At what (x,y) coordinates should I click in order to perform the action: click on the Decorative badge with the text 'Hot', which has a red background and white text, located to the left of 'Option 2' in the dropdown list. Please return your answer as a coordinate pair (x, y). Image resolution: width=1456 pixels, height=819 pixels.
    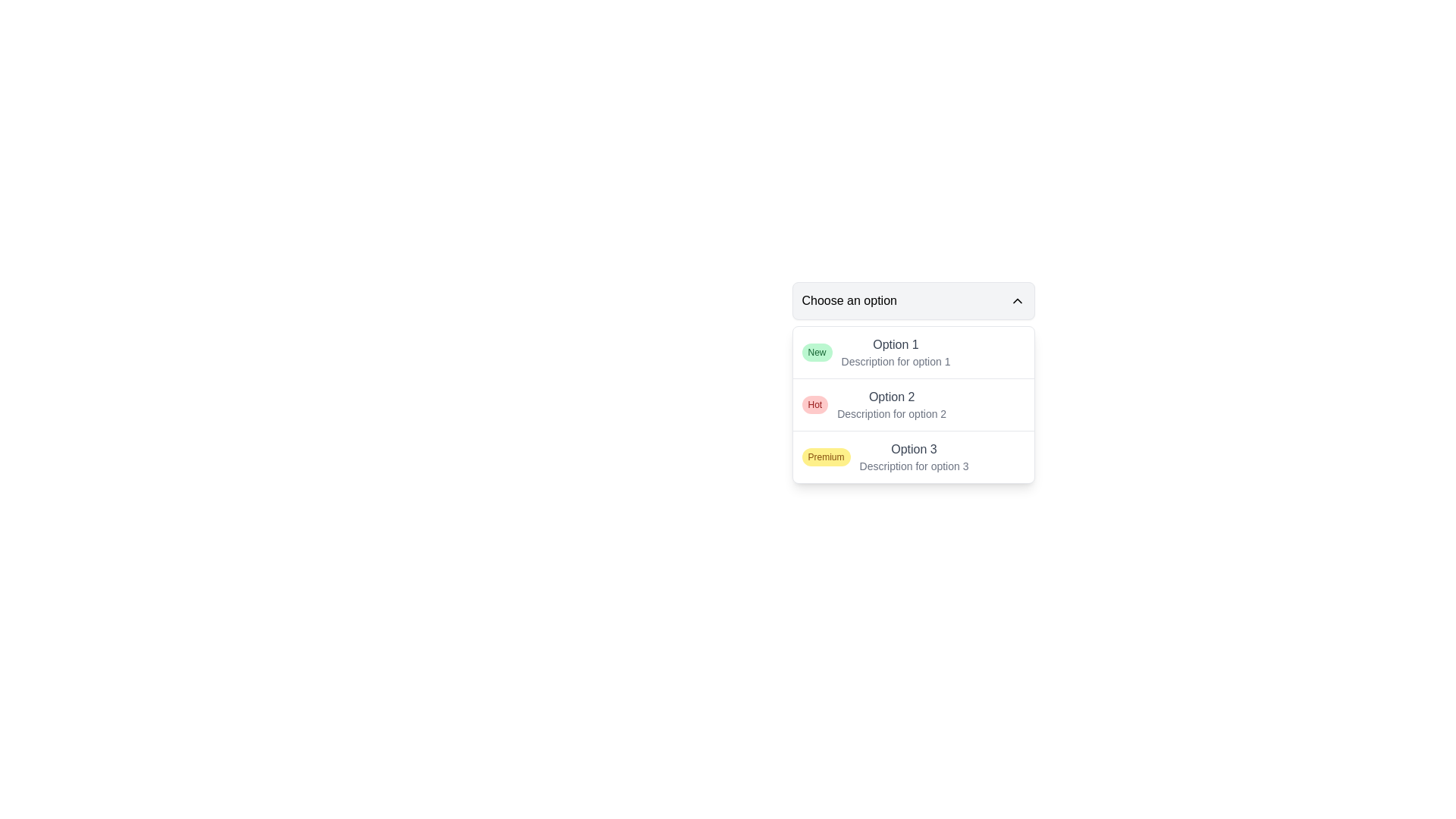
    Looking at the image, I should click on (814, 403).